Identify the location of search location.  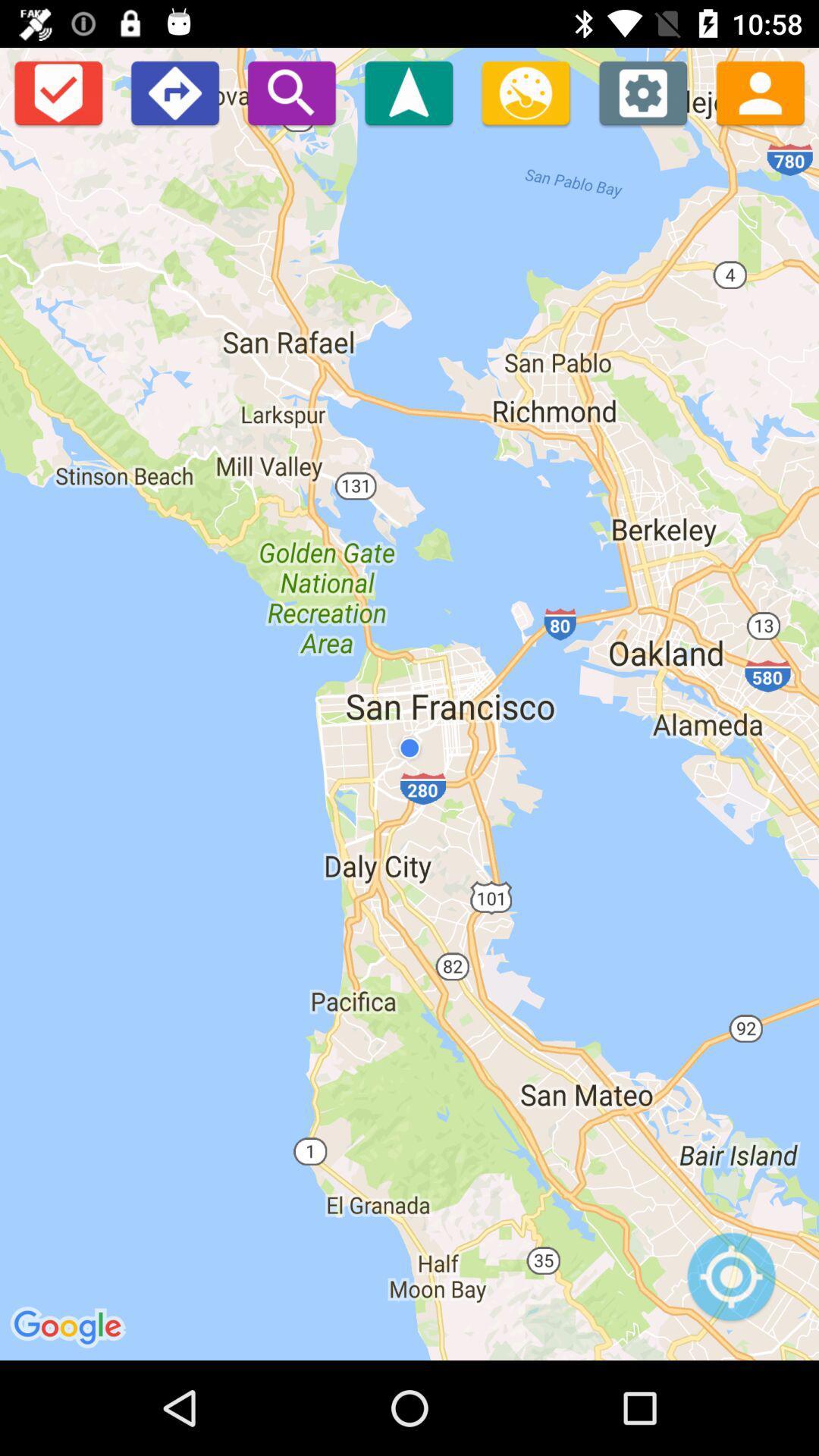
(291, 92).